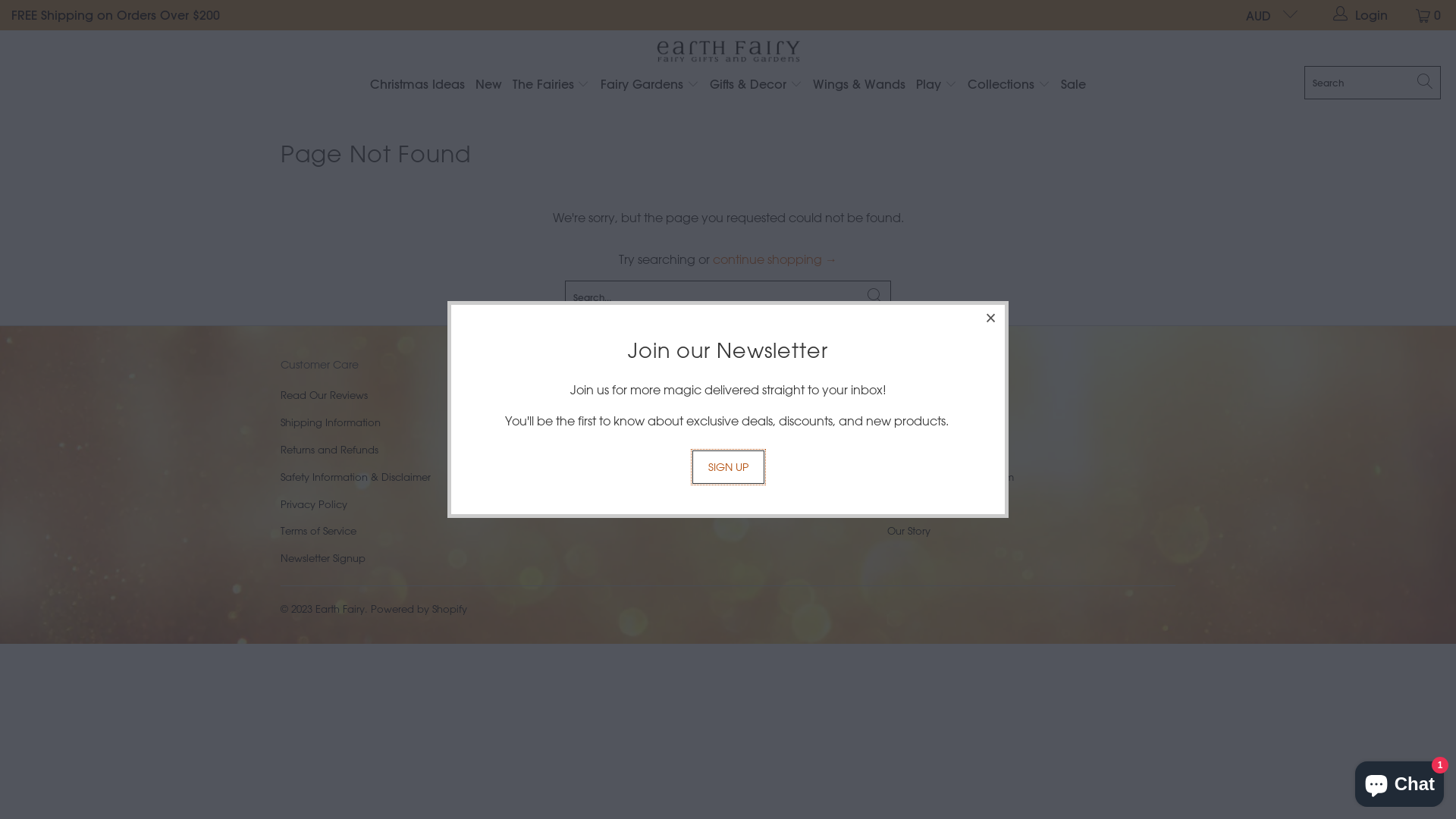 This screenshot has height=819, width=1456. Describe the element at coordinates (858, 85) in the screenshot. I see `'Wings & Wands'` at that location.